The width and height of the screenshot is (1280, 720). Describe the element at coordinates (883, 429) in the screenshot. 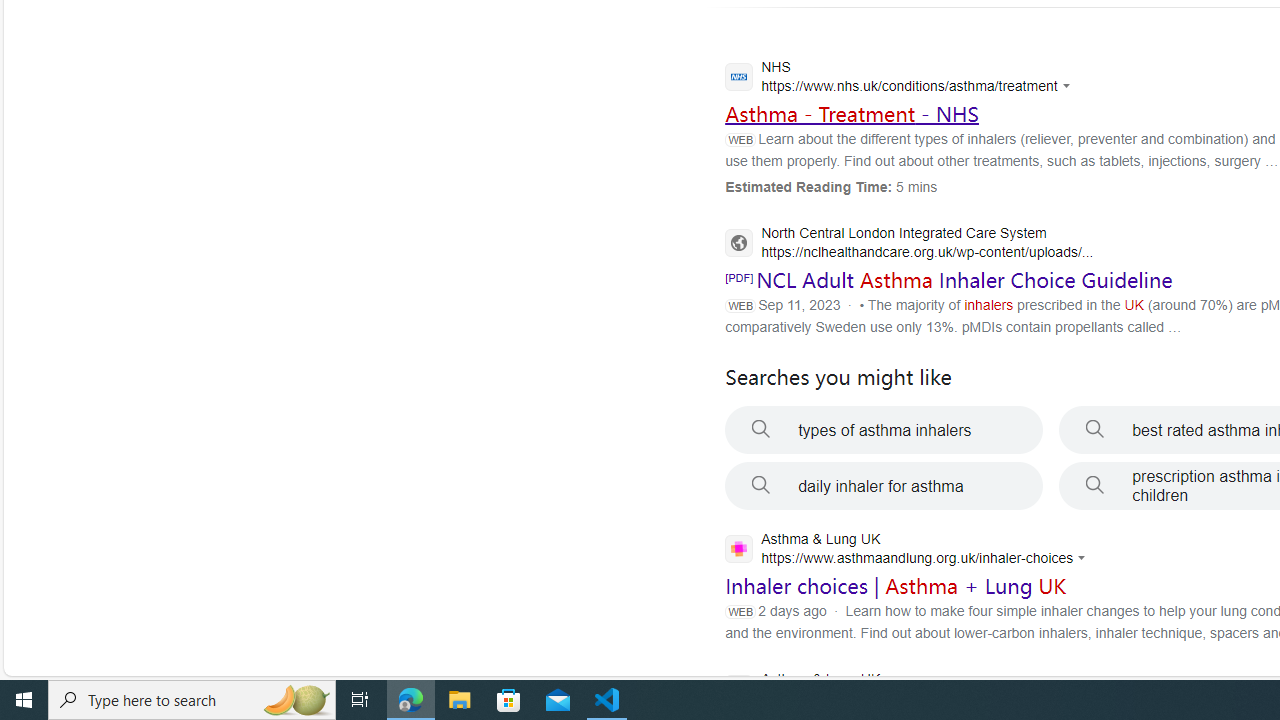

I see `'types of asthma inhalers'` at that location.